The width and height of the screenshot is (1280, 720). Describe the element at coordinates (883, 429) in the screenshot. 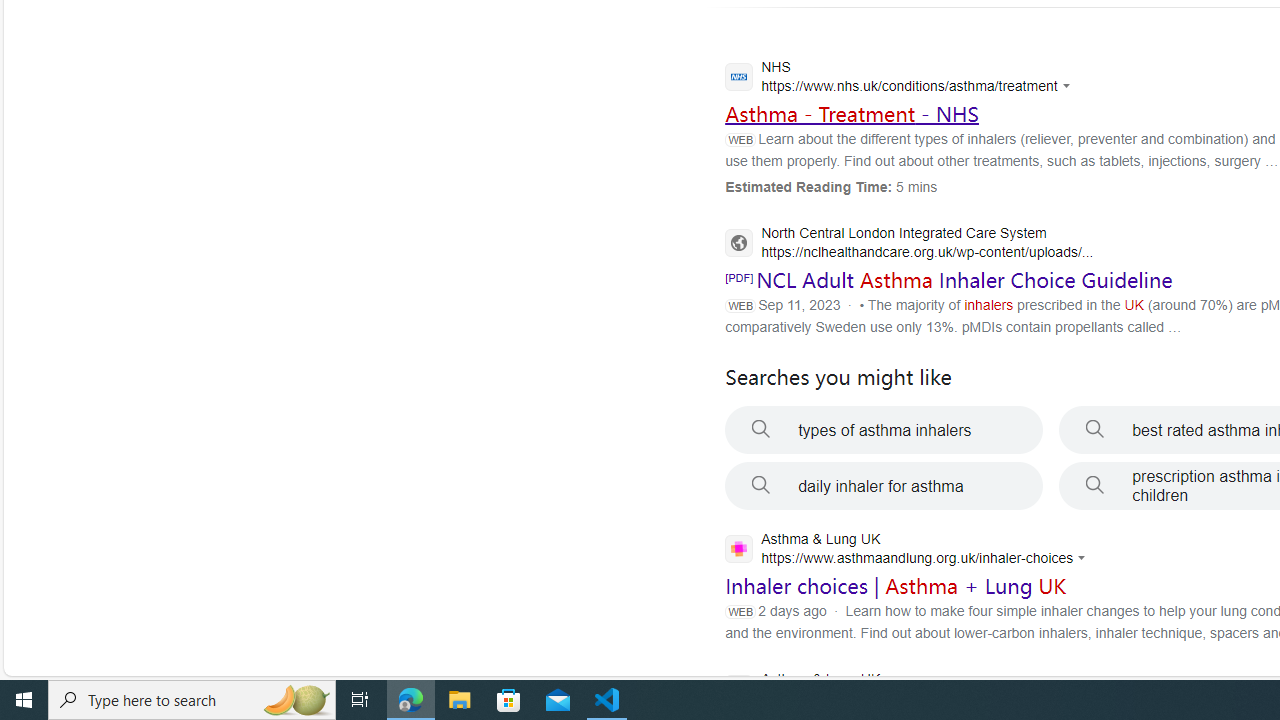

I see `'types of asthma inhalers'` at that location.